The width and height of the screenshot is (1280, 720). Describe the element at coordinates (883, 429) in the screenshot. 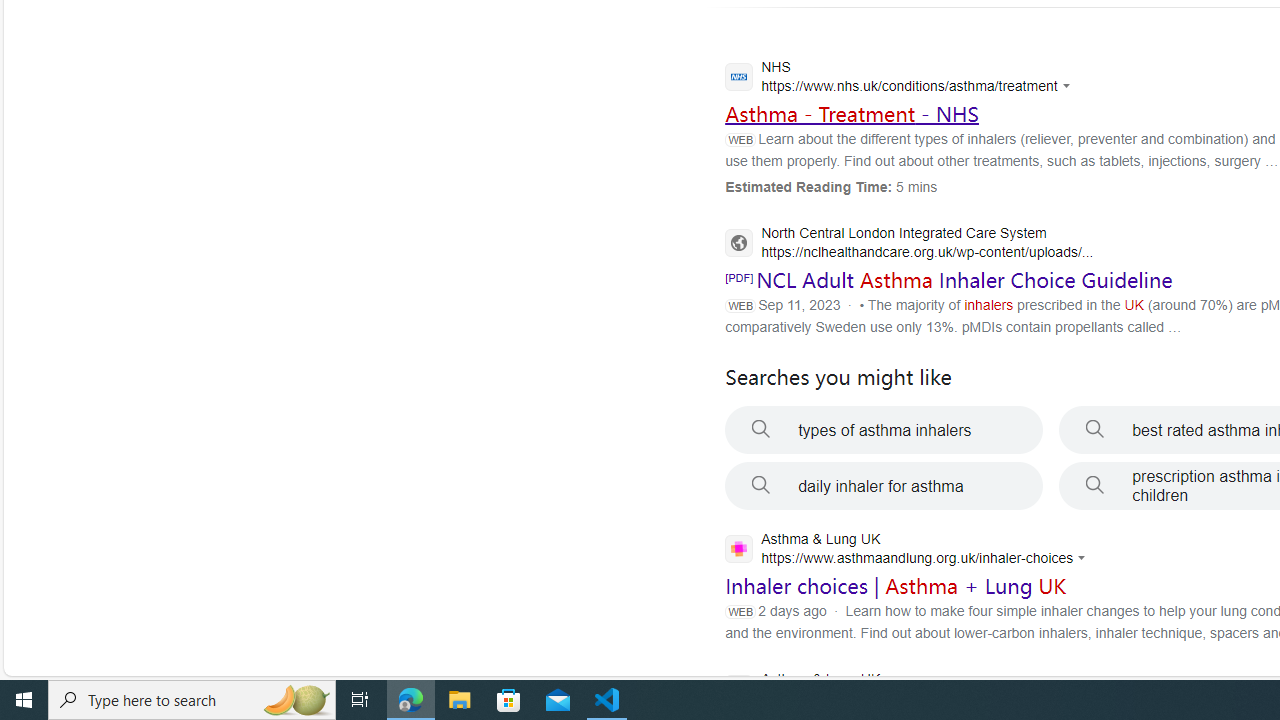

I see `'types of asthma inhalers'` at that location.